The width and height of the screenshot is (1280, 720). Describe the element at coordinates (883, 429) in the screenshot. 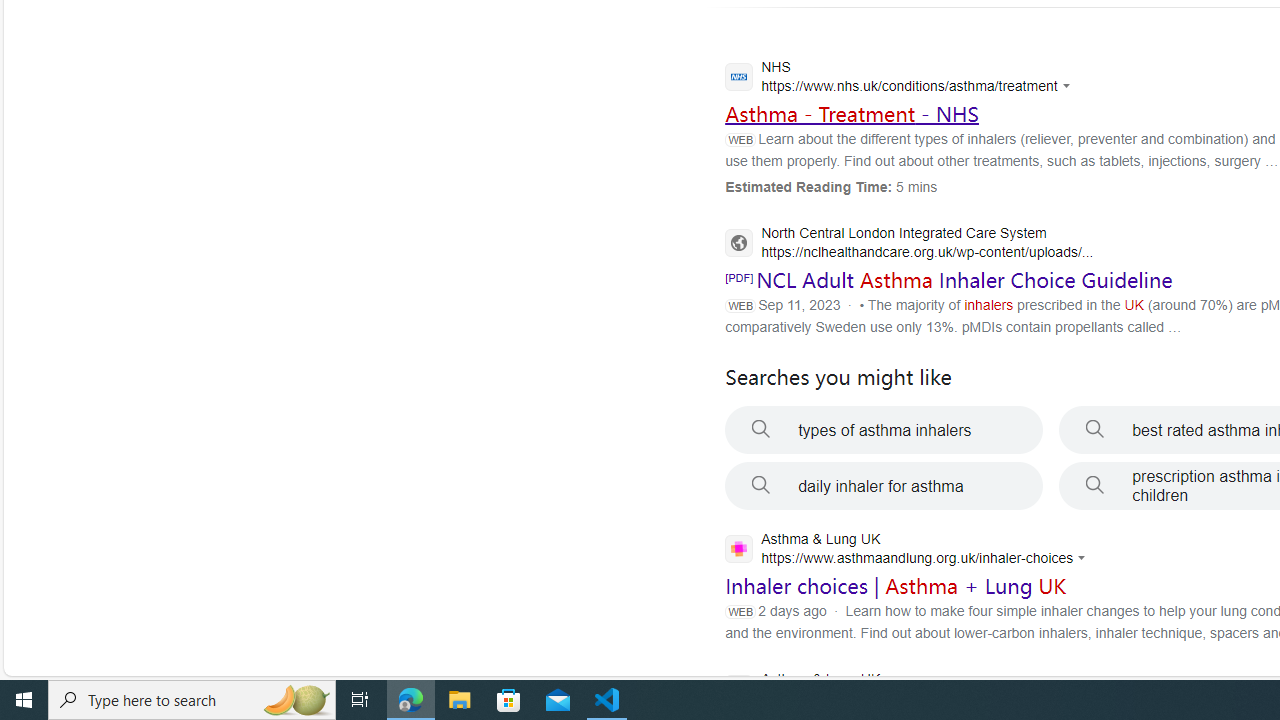

I see `'types of asthma inhalers'` at that location.